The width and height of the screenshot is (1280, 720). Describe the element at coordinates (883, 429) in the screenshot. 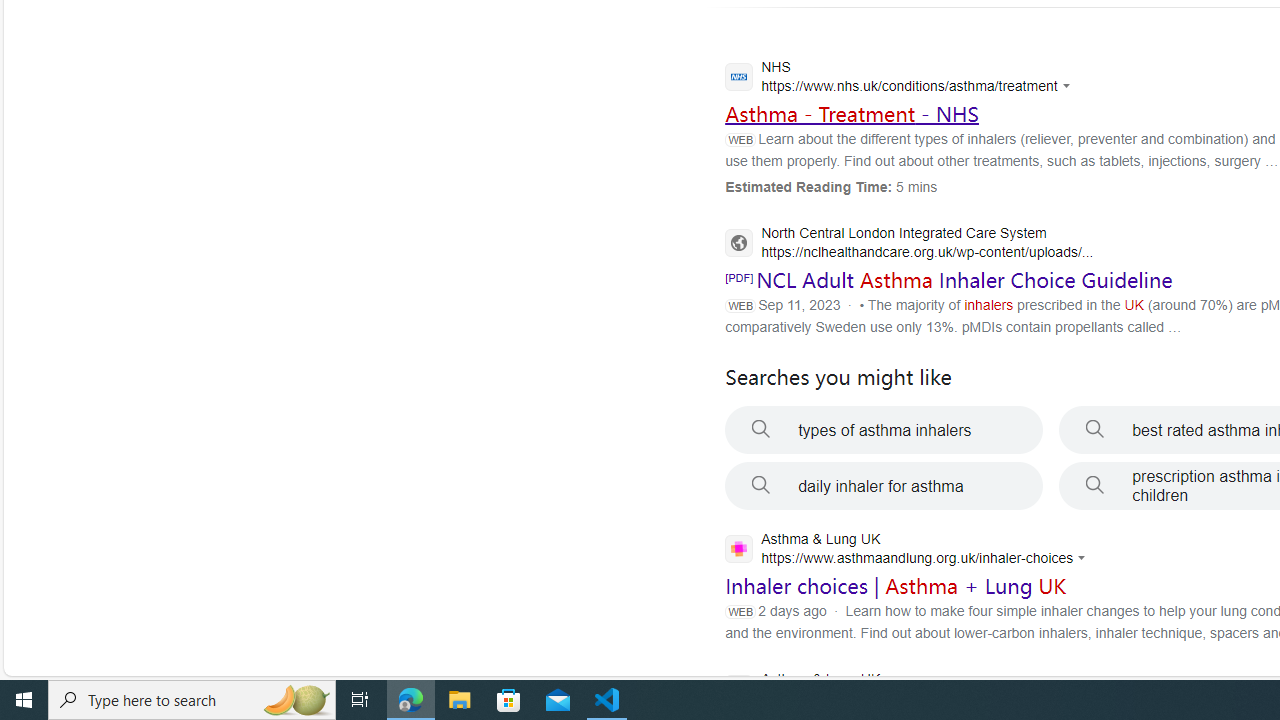

I see `'types of asthma inhalers'` at that location.